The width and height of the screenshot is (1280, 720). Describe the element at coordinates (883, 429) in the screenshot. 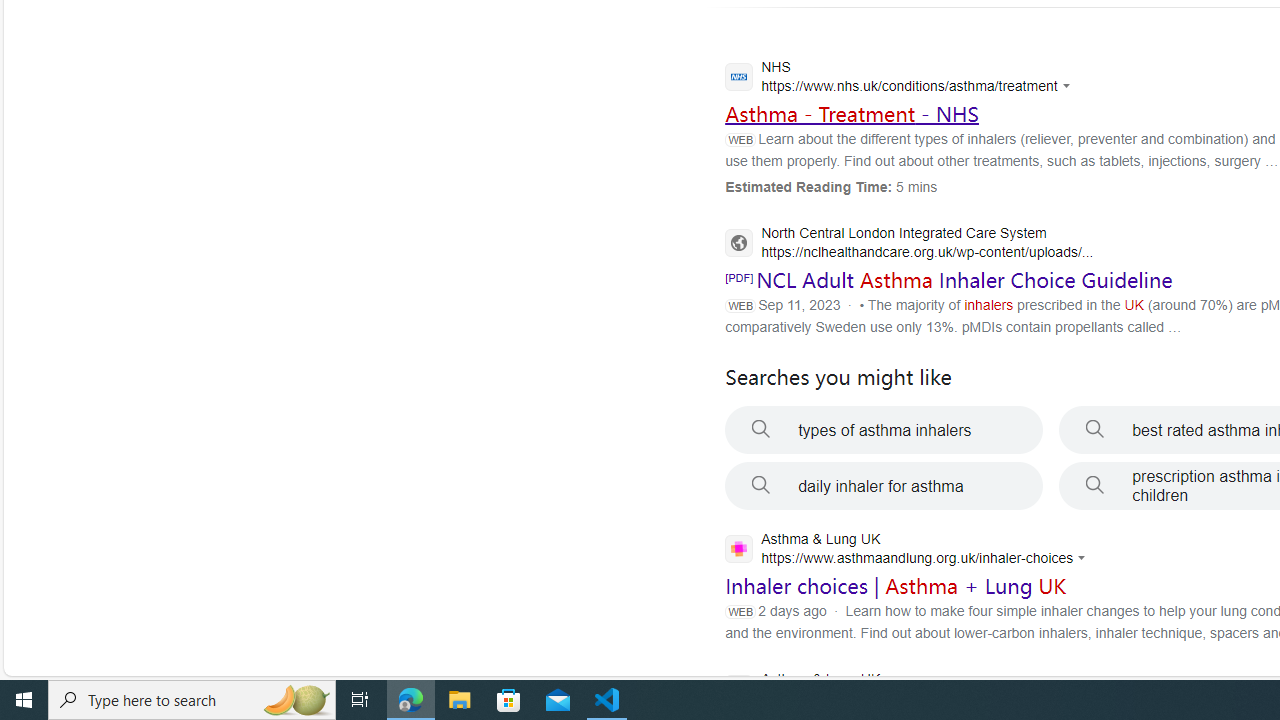

I see `'types of asthma inhalers'` at that location.